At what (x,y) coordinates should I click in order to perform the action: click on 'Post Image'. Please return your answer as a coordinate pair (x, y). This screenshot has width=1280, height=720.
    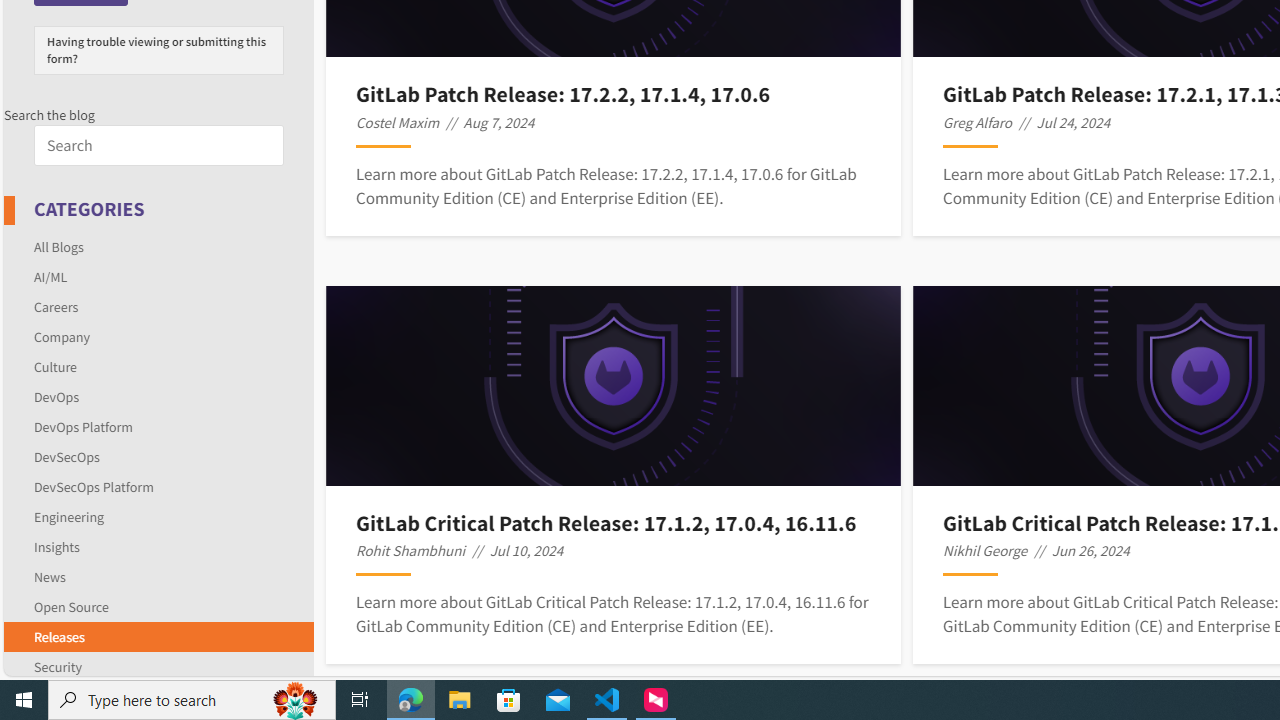
    Looking at the image, I should click on (613, 385).